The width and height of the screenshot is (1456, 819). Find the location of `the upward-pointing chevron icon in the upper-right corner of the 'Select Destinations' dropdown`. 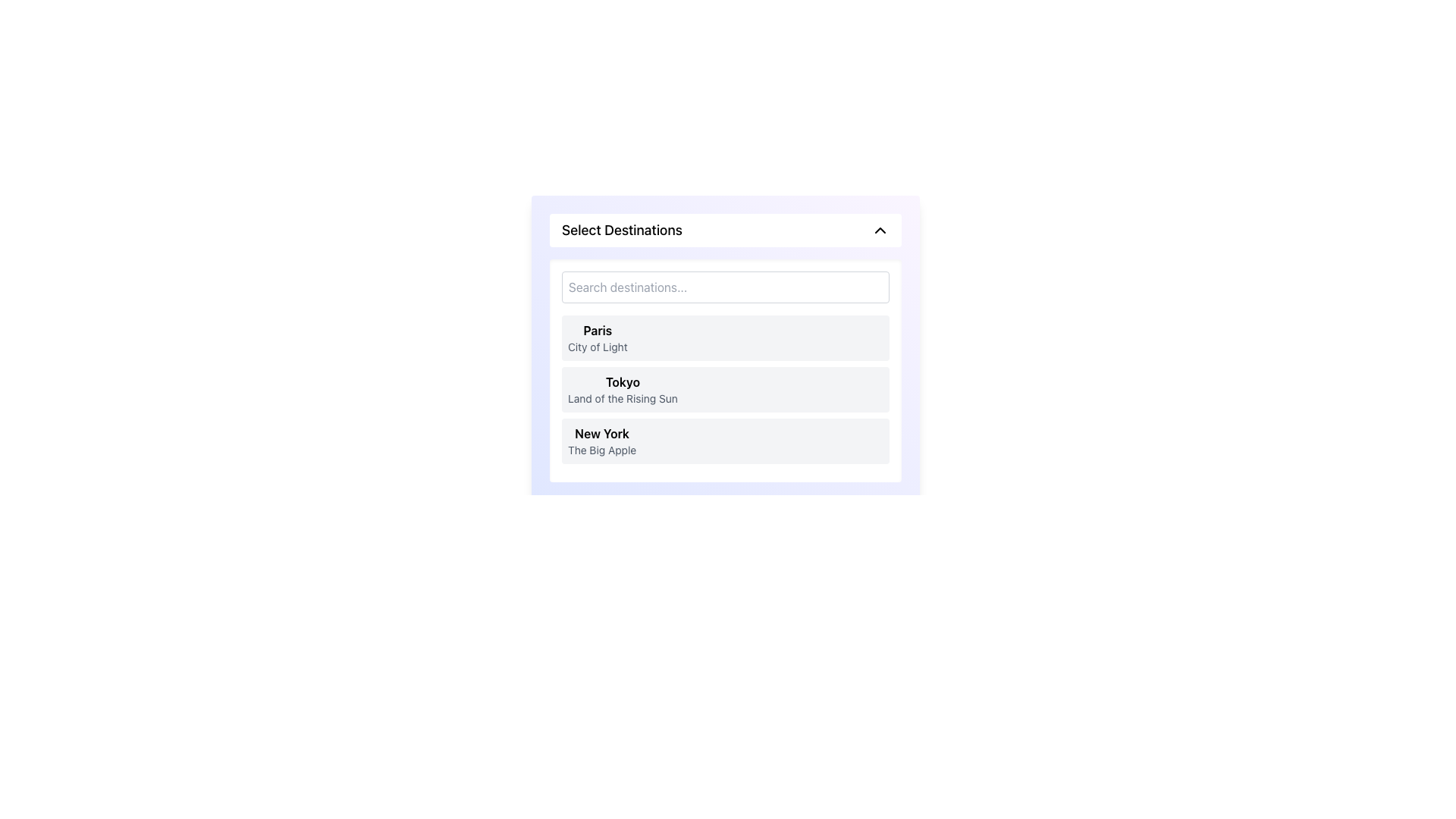

the upward-pointing chevron icon in the upper-right corner of the 'Select Destinations' dropdown is located at coordinates (880, 231).